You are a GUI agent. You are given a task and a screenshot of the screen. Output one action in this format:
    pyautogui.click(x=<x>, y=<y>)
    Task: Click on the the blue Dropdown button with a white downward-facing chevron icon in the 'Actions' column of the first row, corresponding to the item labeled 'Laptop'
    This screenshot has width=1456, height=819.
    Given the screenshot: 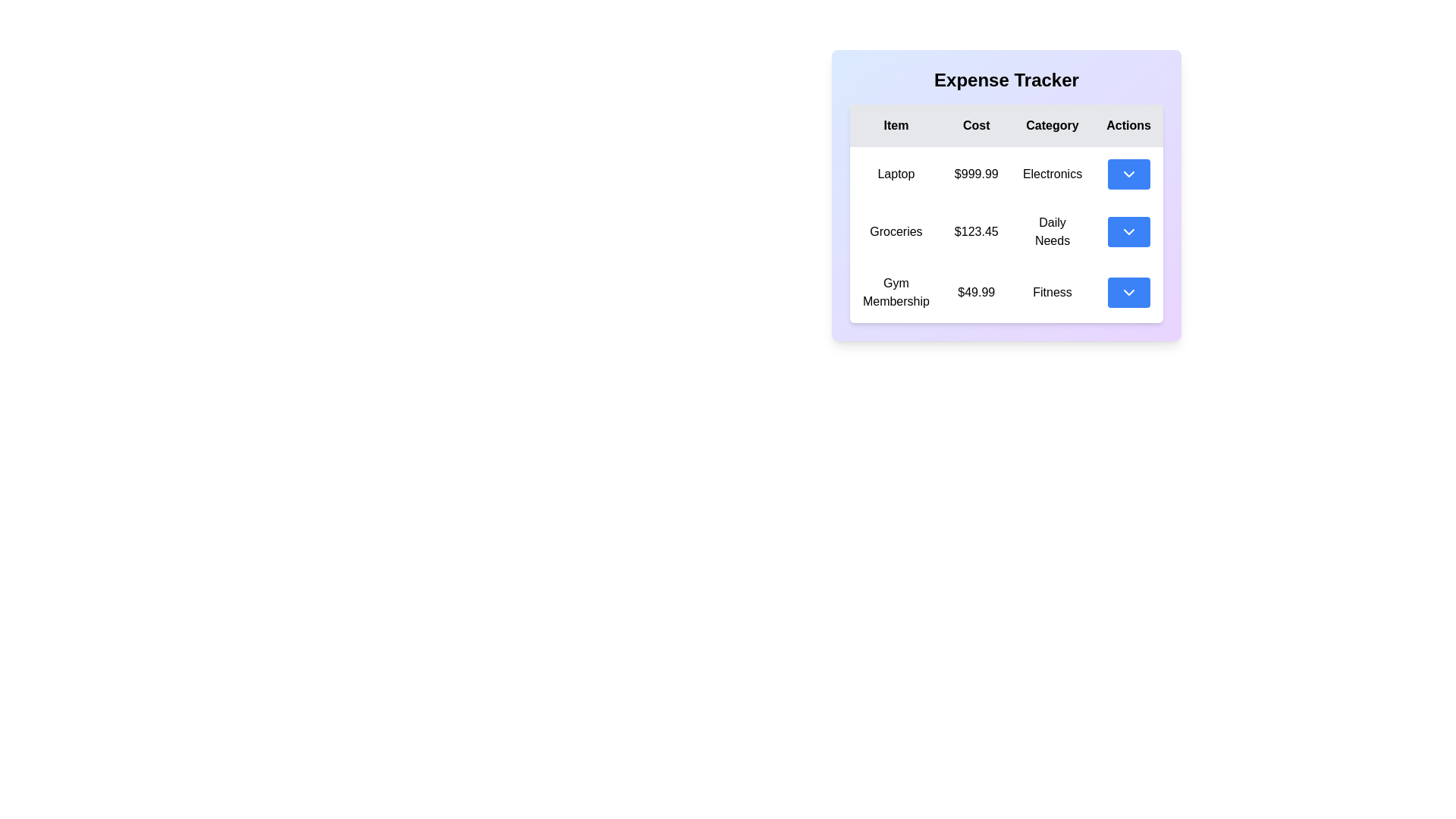 What is the action you would take?
    pyautogui.click(x=1128, y=174)
    